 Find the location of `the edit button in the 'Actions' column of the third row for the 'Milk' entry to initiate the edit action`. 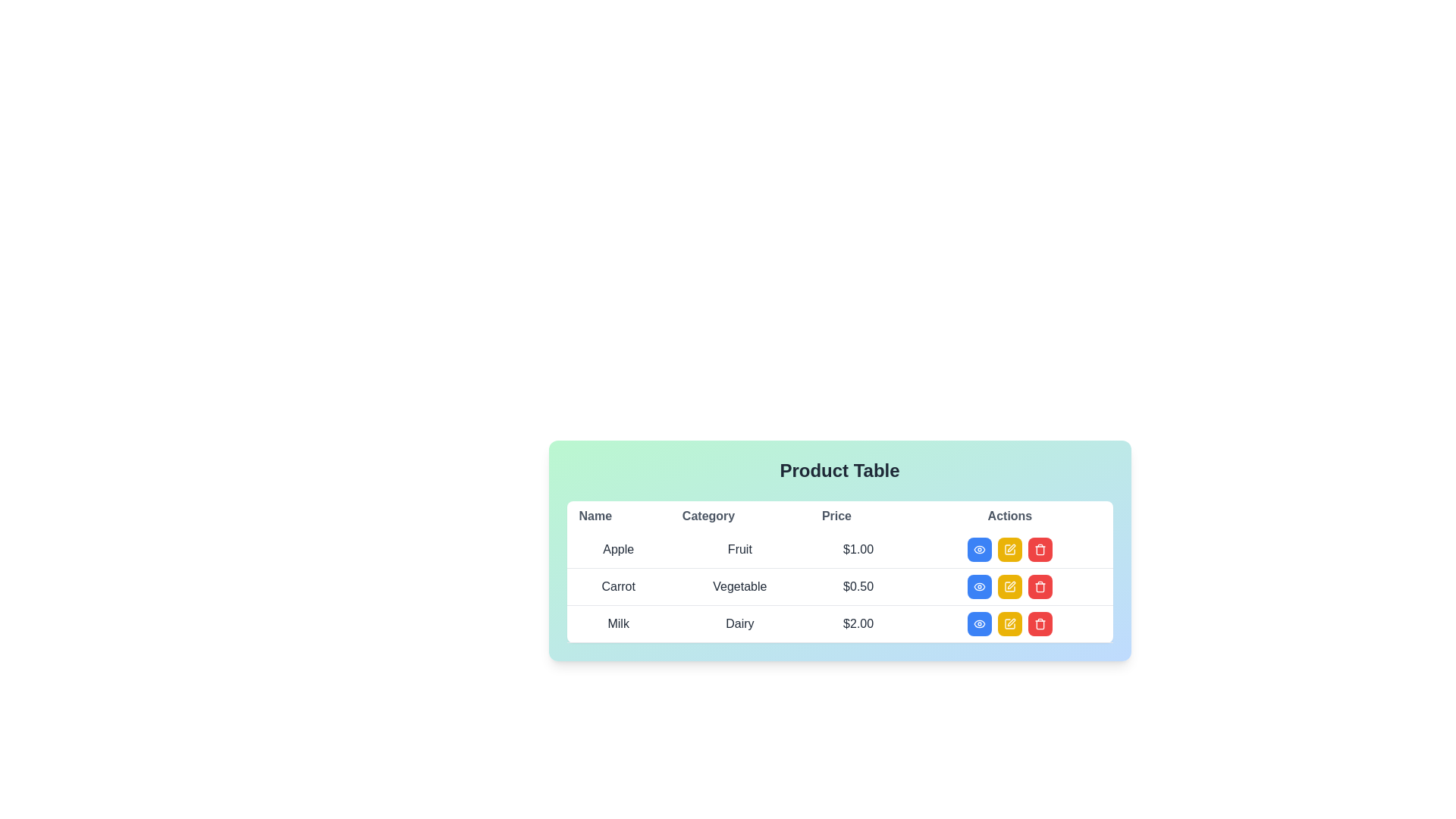

the edit button in the 'Actions' column of the third row for the 'Milk' entry to initiate the edit action is located at coordinates (1009, 623).